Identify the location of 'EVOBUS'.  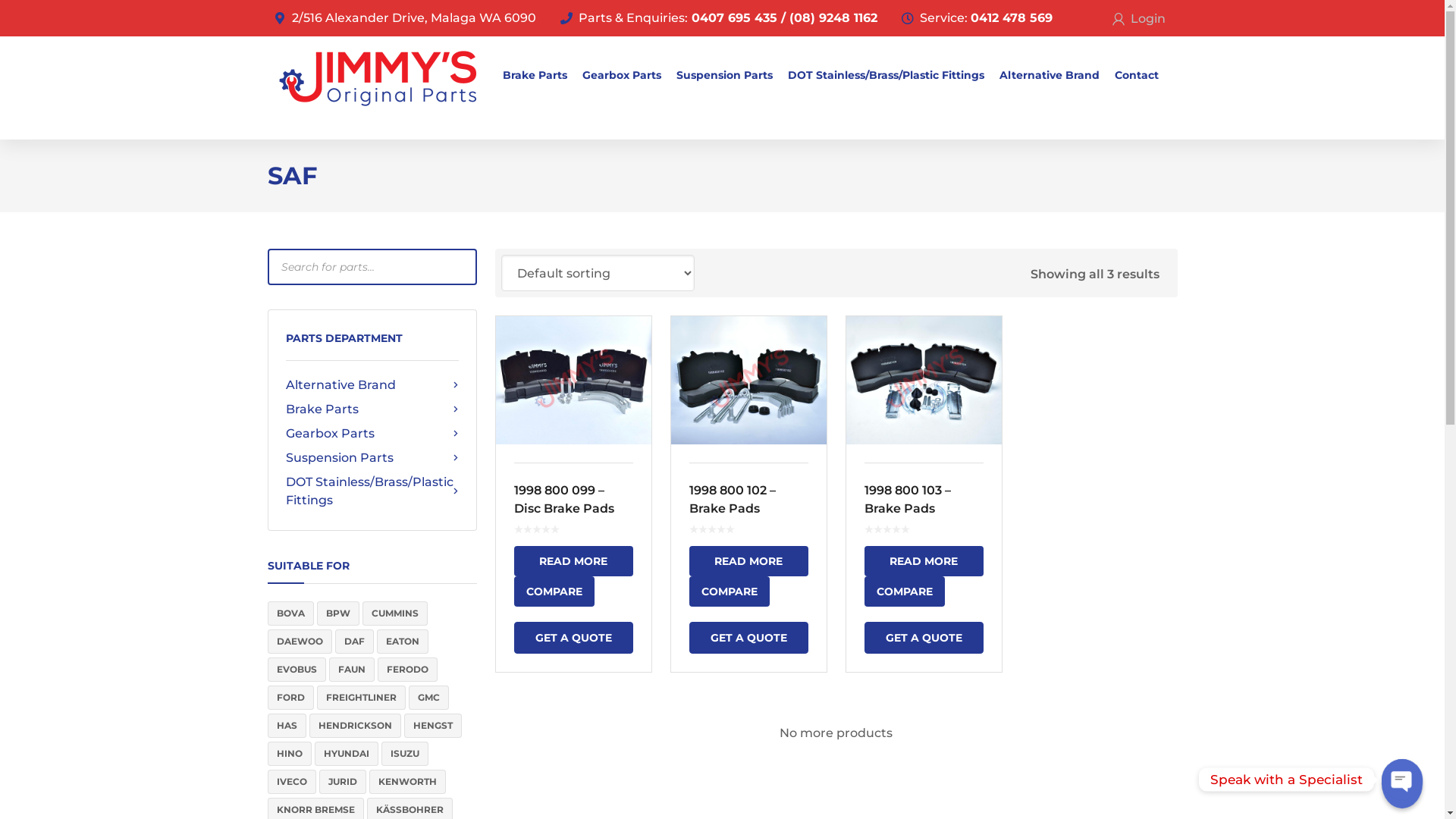
(296, 669).